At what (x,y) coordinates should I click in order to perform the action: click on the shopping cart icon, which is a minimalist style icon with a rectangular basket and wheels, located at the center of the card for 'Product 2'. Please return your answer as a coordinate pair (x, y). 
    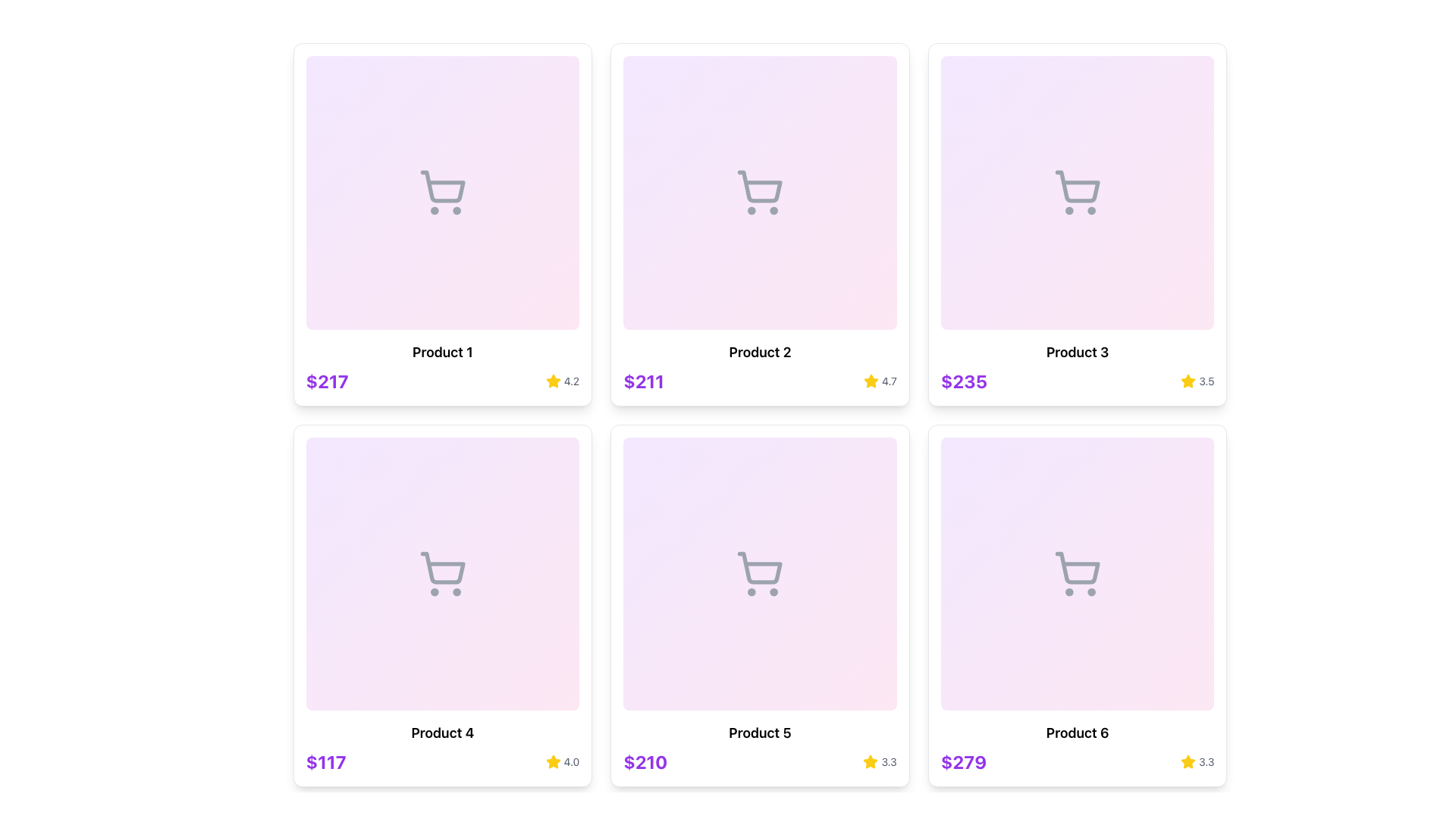
    Looking at the image, I should click on (760, 186).